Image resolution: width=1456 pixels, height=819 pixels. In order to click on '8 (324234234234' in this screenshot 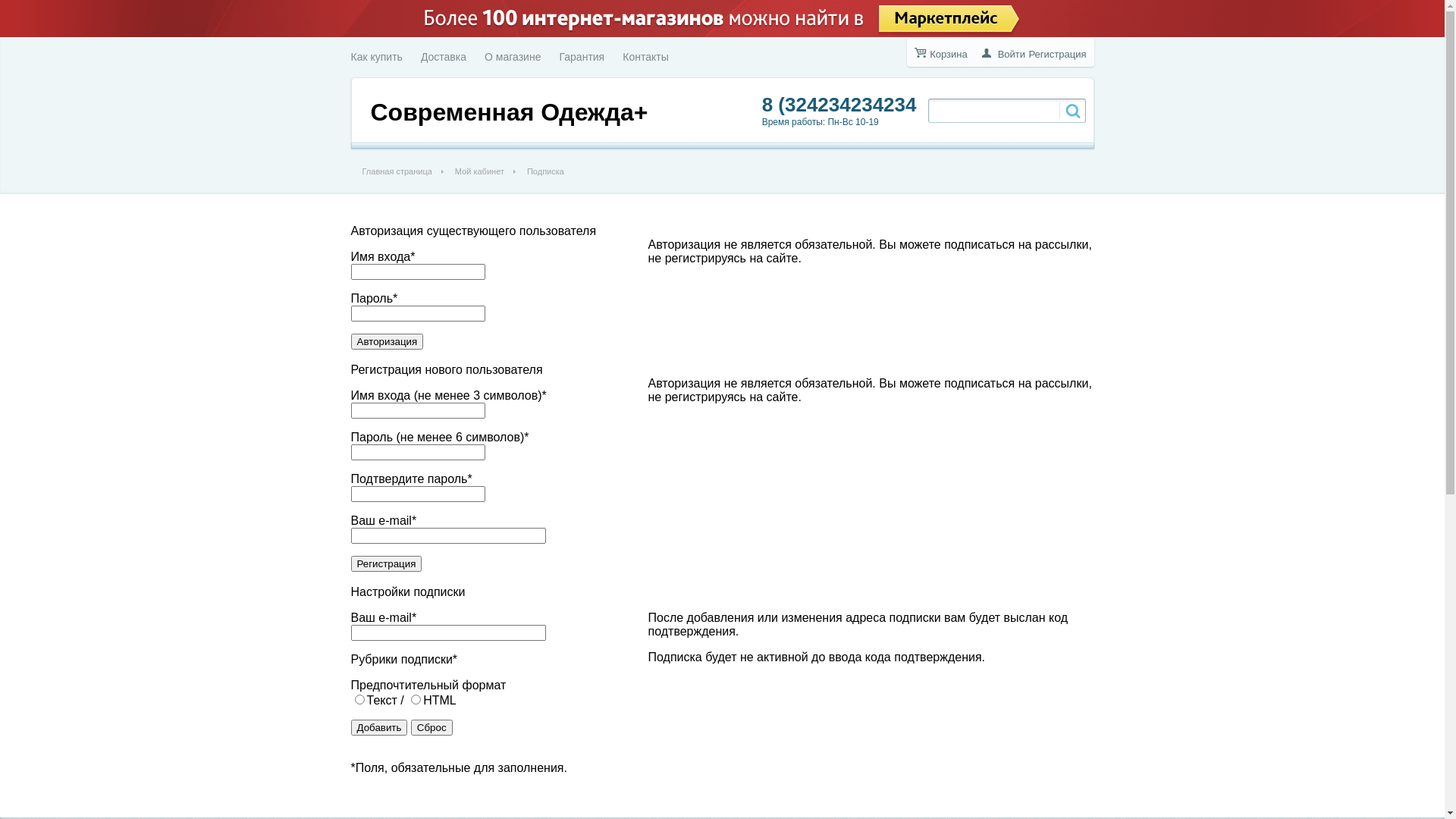, I will do `click(839, 104)`.